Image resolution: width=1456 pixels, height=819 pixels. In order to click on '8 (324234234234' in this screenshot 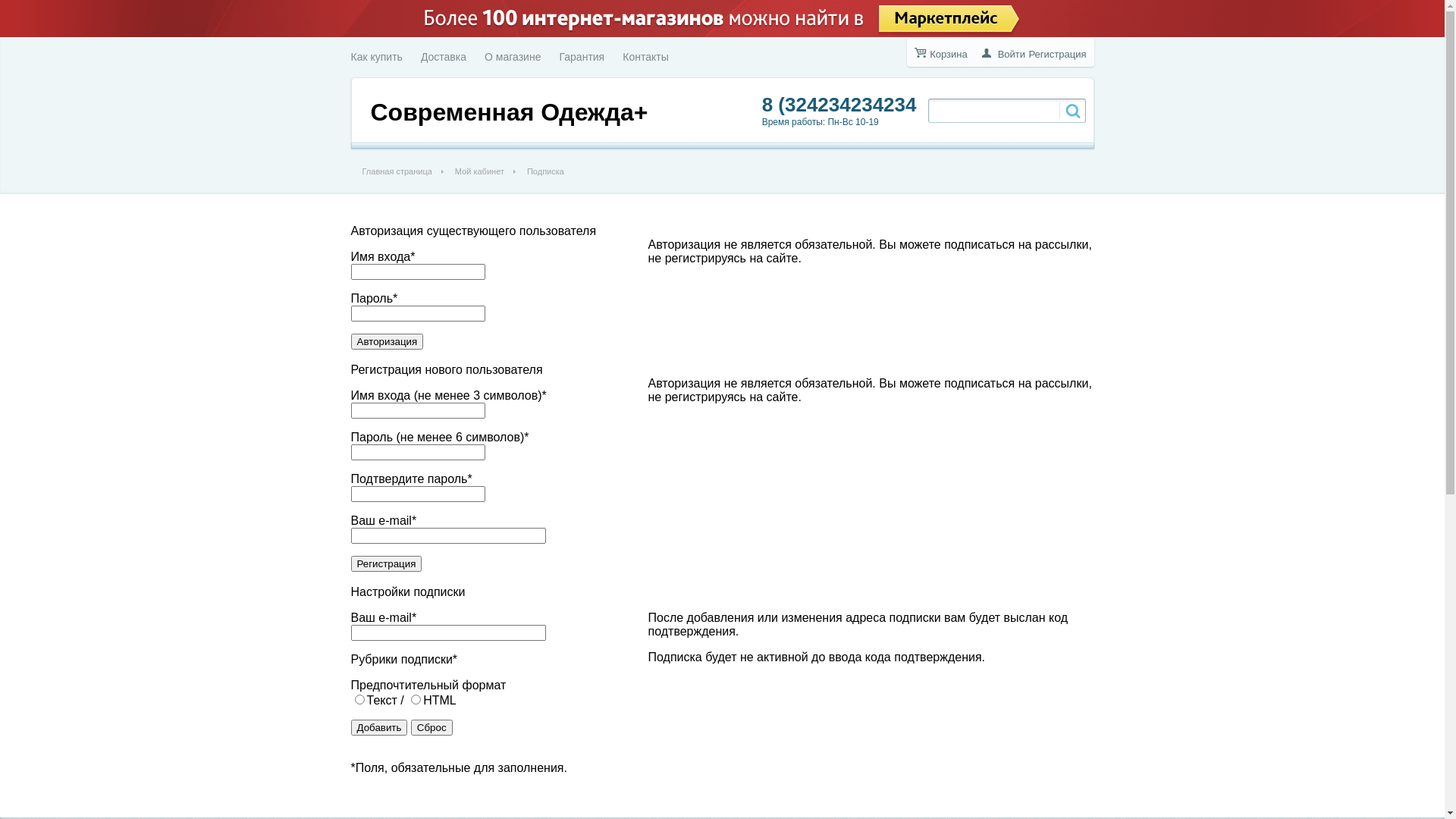, I will do `click(839, 104)`.